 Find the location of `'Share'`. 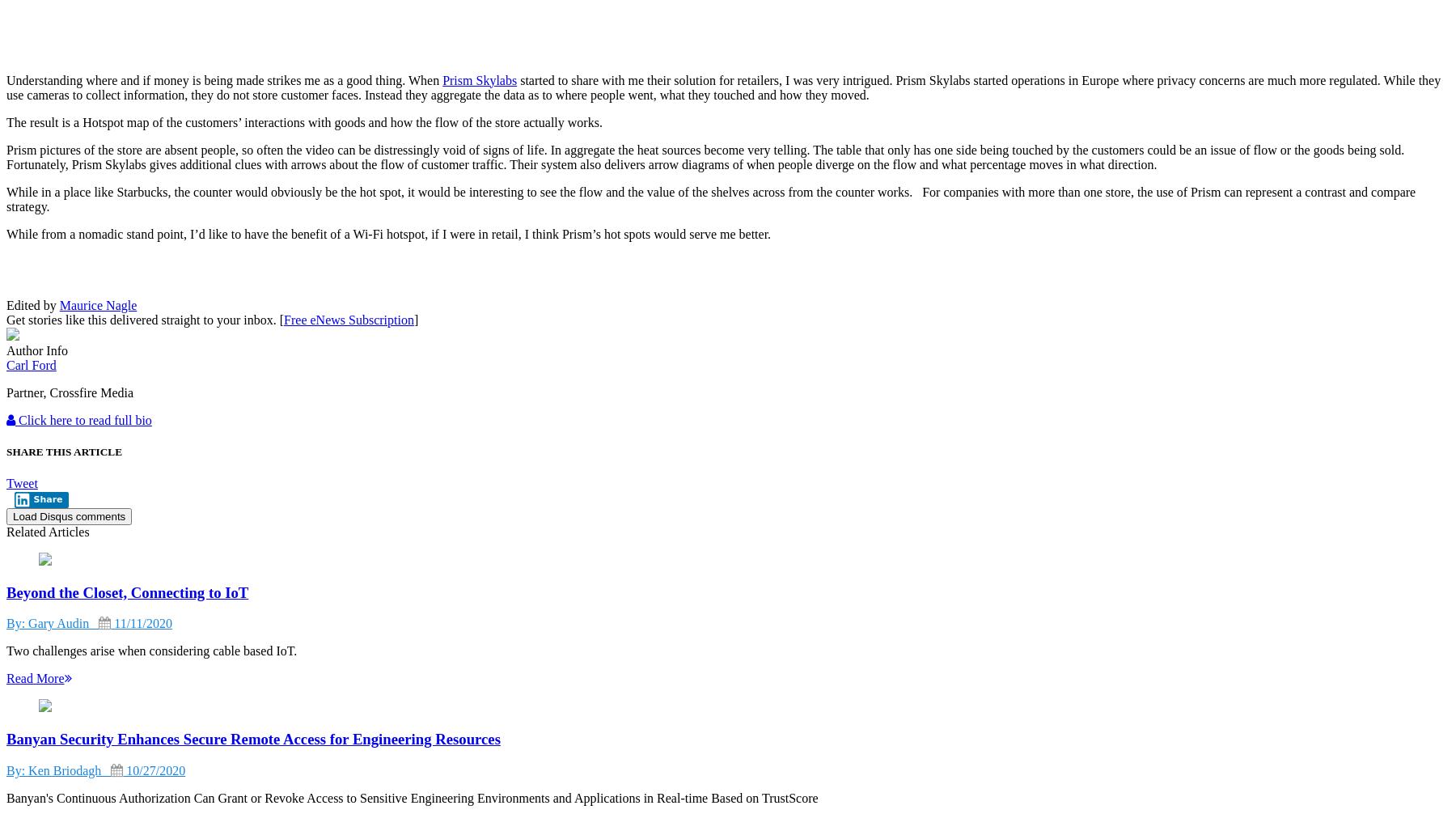

'Share' is located at coordinates (47, 498).